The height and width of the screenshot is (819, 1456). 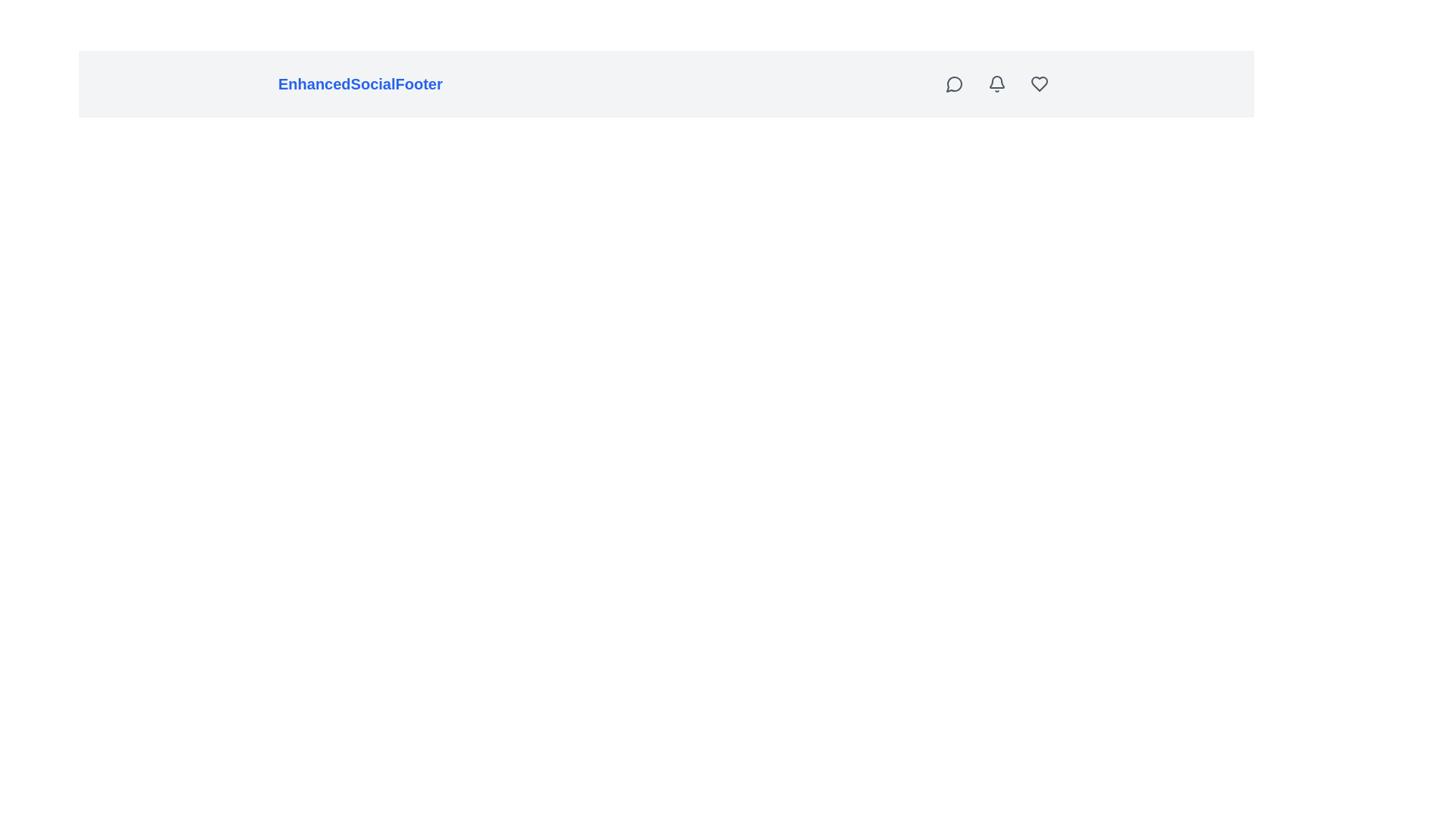 What do you see at coordinates (997, 84) in the screenshot?
I see `the bell icon button located between the speech bubble and heart icons` at bounding box center [997, 84].